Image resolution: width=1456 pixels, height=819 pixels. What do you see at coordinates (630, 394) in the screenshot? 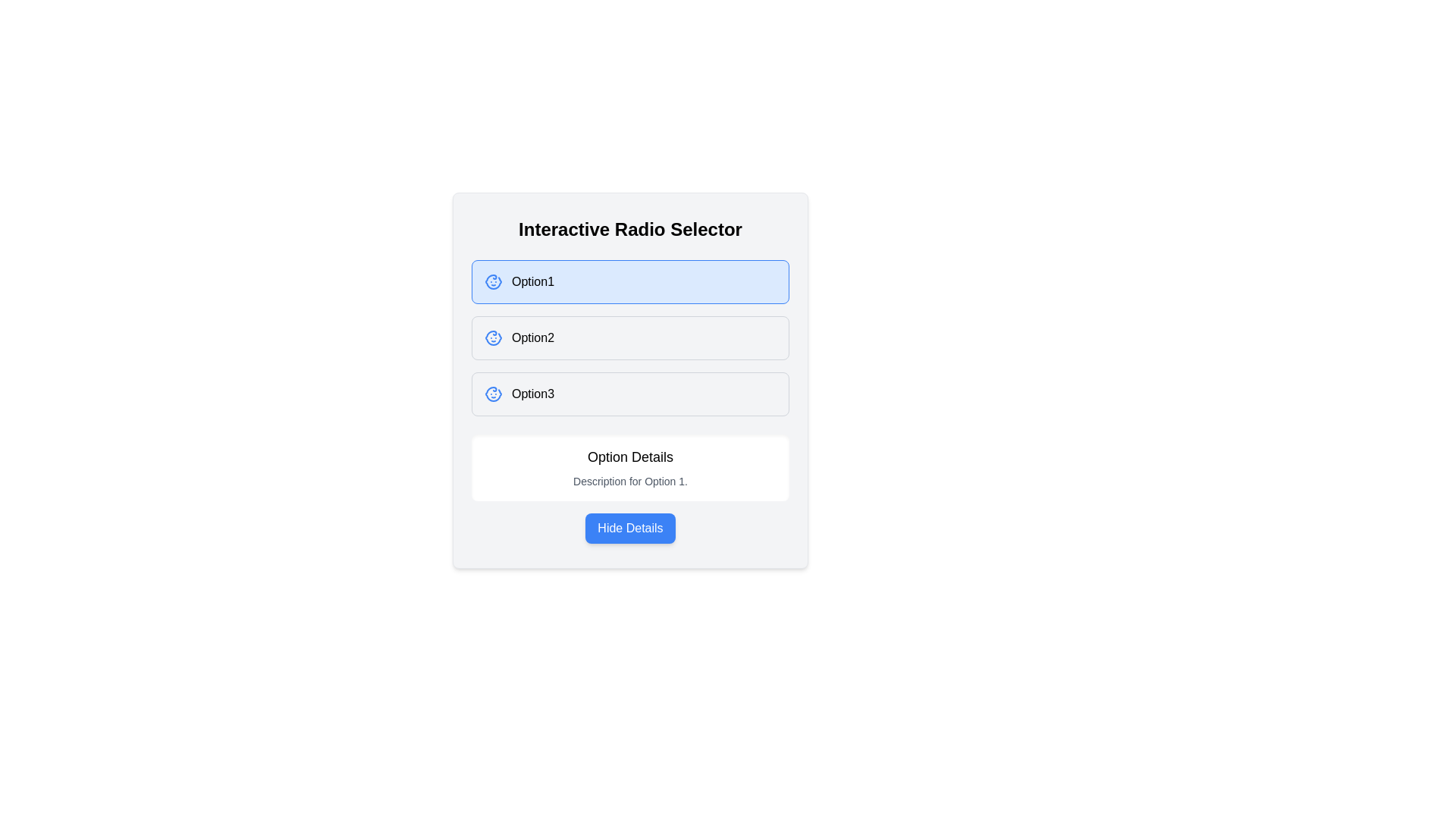
I see `the radio button for 'Option3', which is the third option in a vertical group of radio buttons` at bounding box center [630, 394].